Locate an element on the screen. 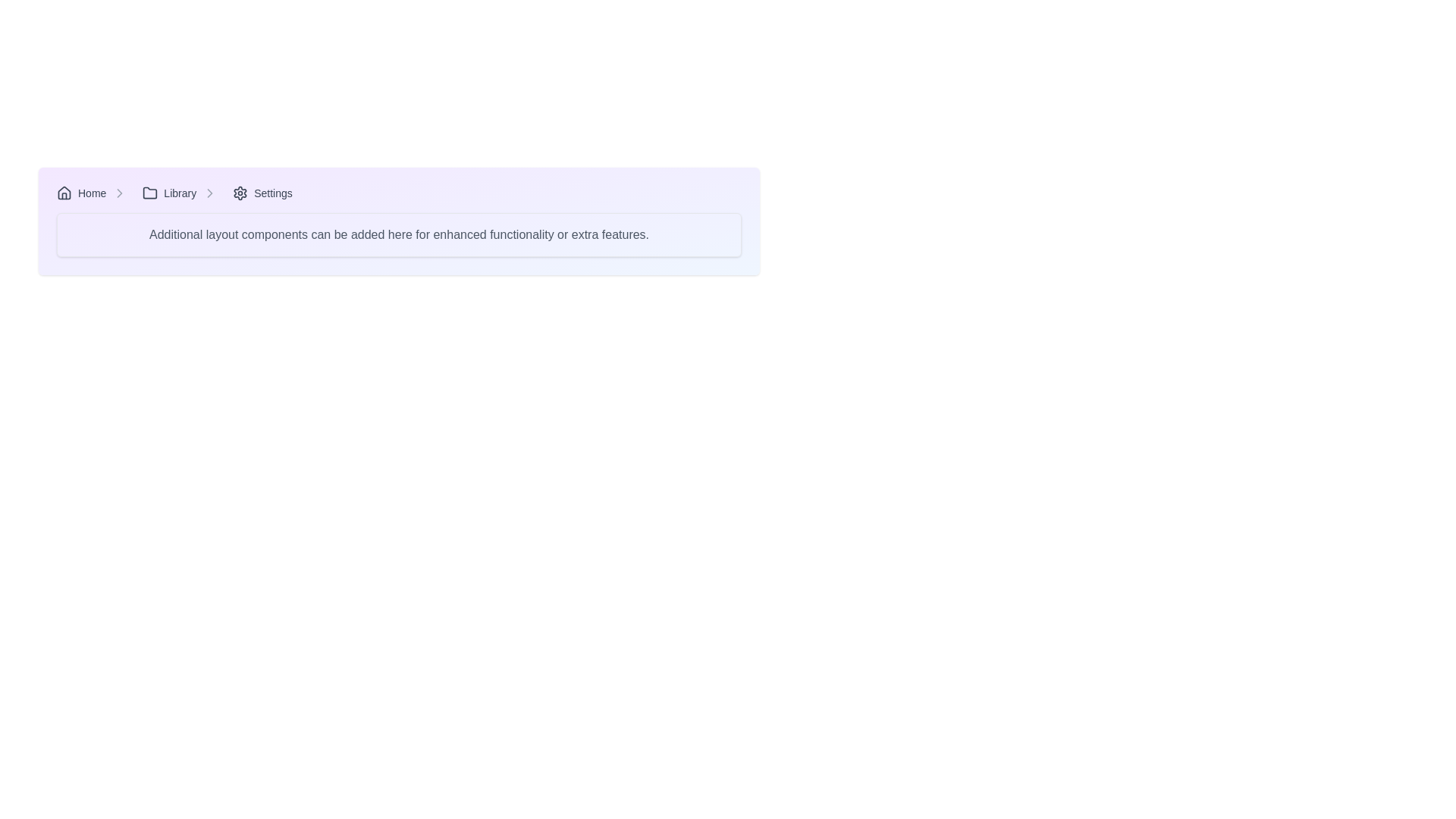  the second item in the breadcrumb navigation bar that links to the 'Library' section is located at coordinates (182, 192).